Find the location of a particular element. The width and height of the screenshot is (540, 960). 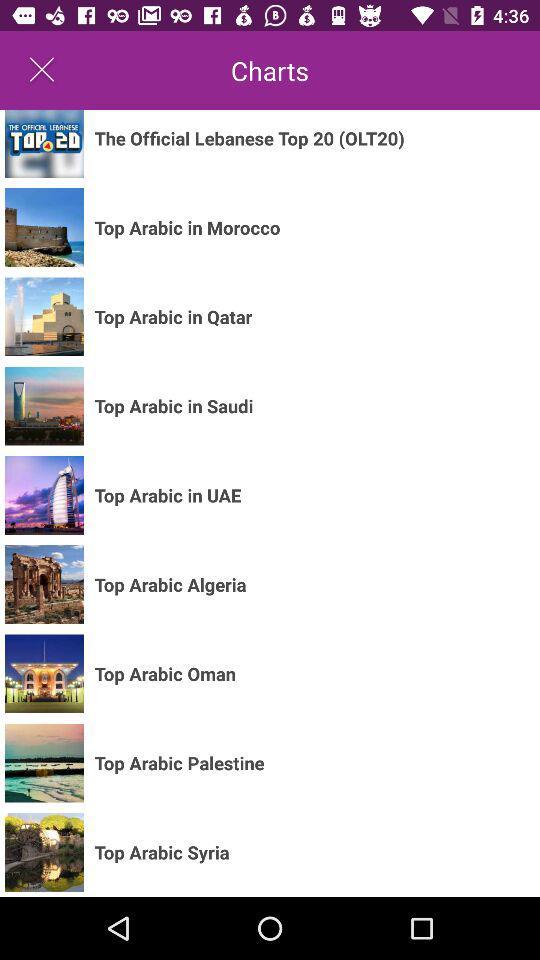

the item above the top arabic in icon is located at coordinates (249, 137).